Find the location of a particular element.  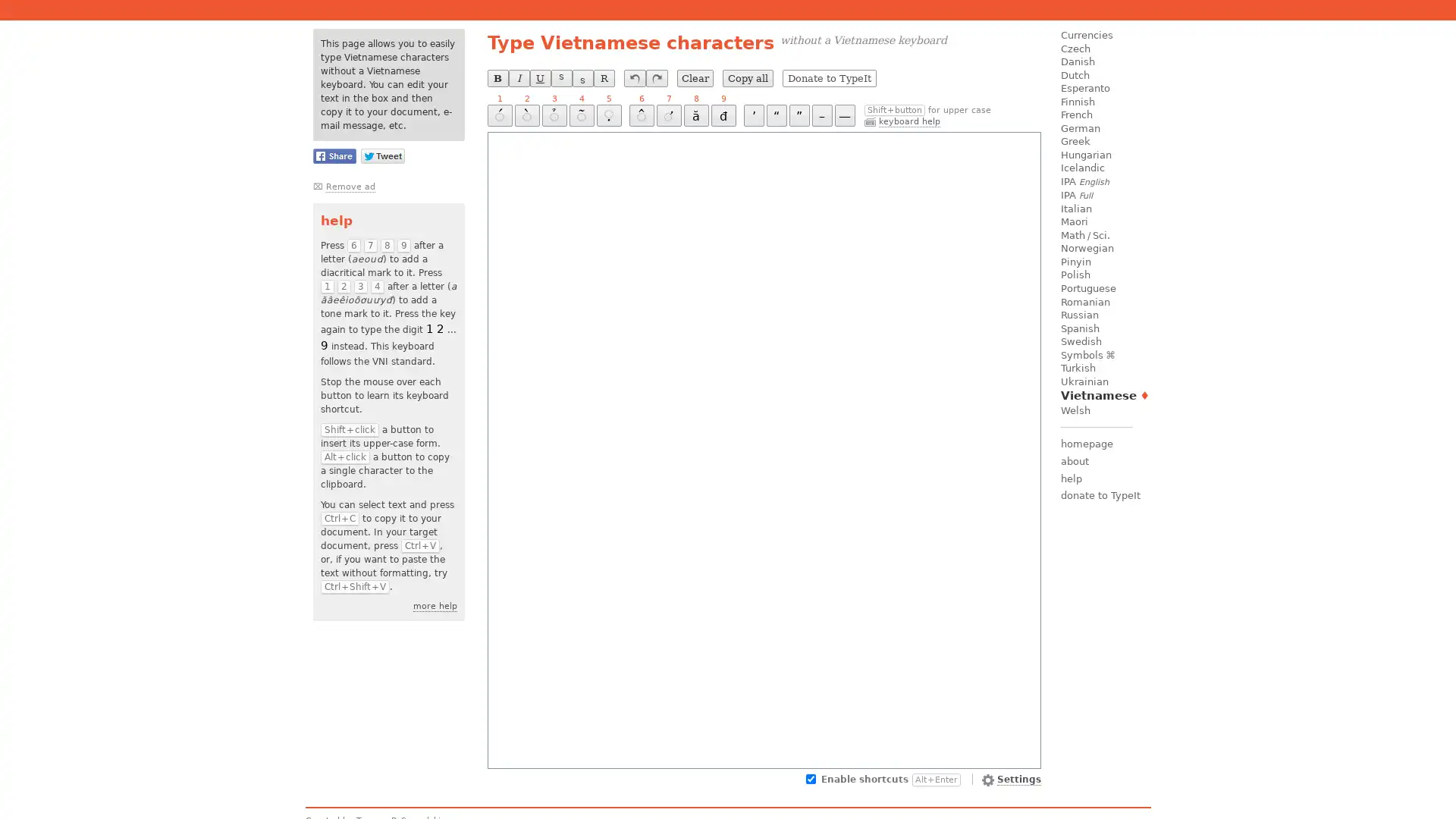

4 is located at coordinates (580, 115).